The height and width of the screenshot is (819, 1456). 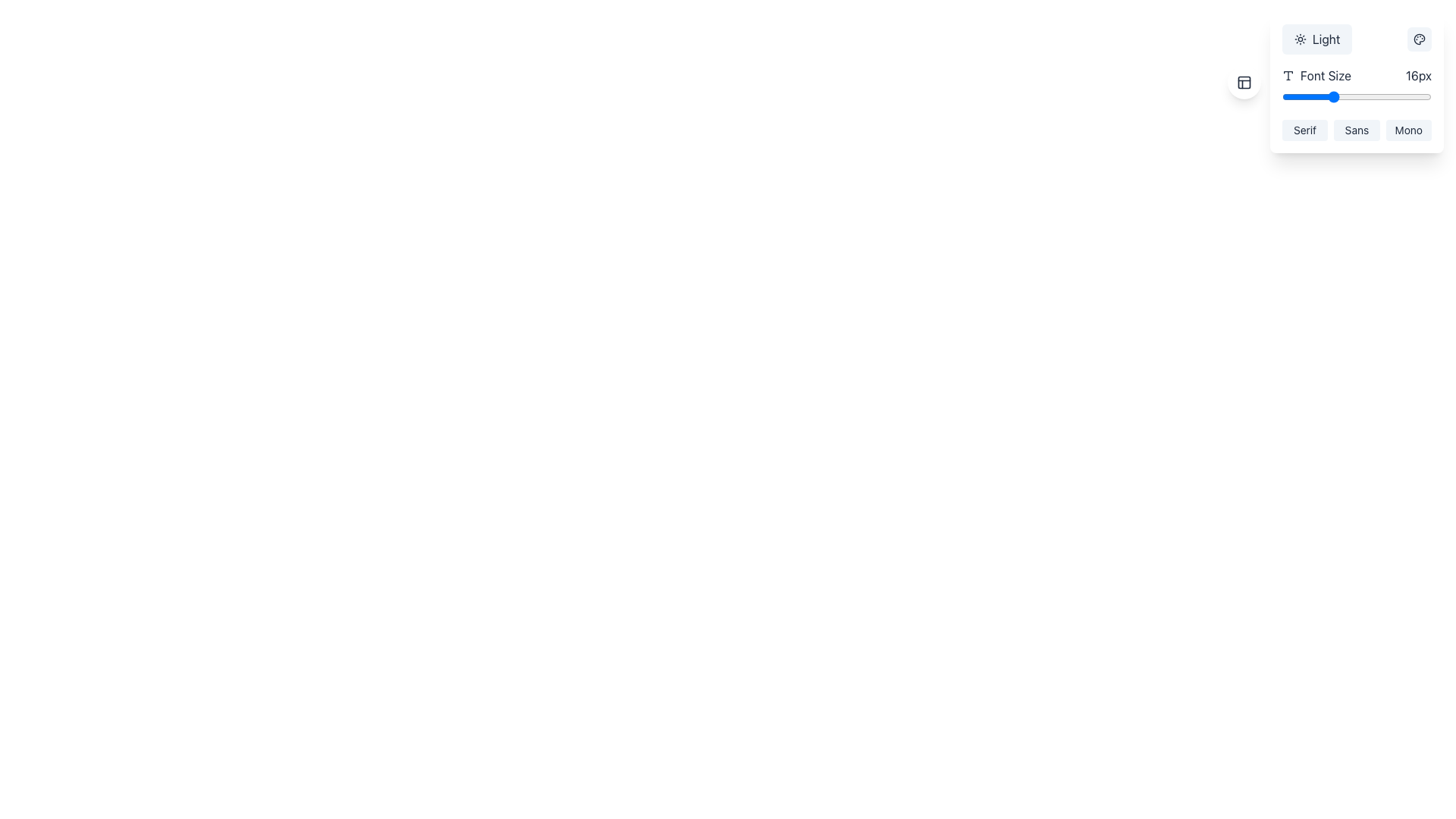 I want to click on font size, so click(x=1382, y=96).